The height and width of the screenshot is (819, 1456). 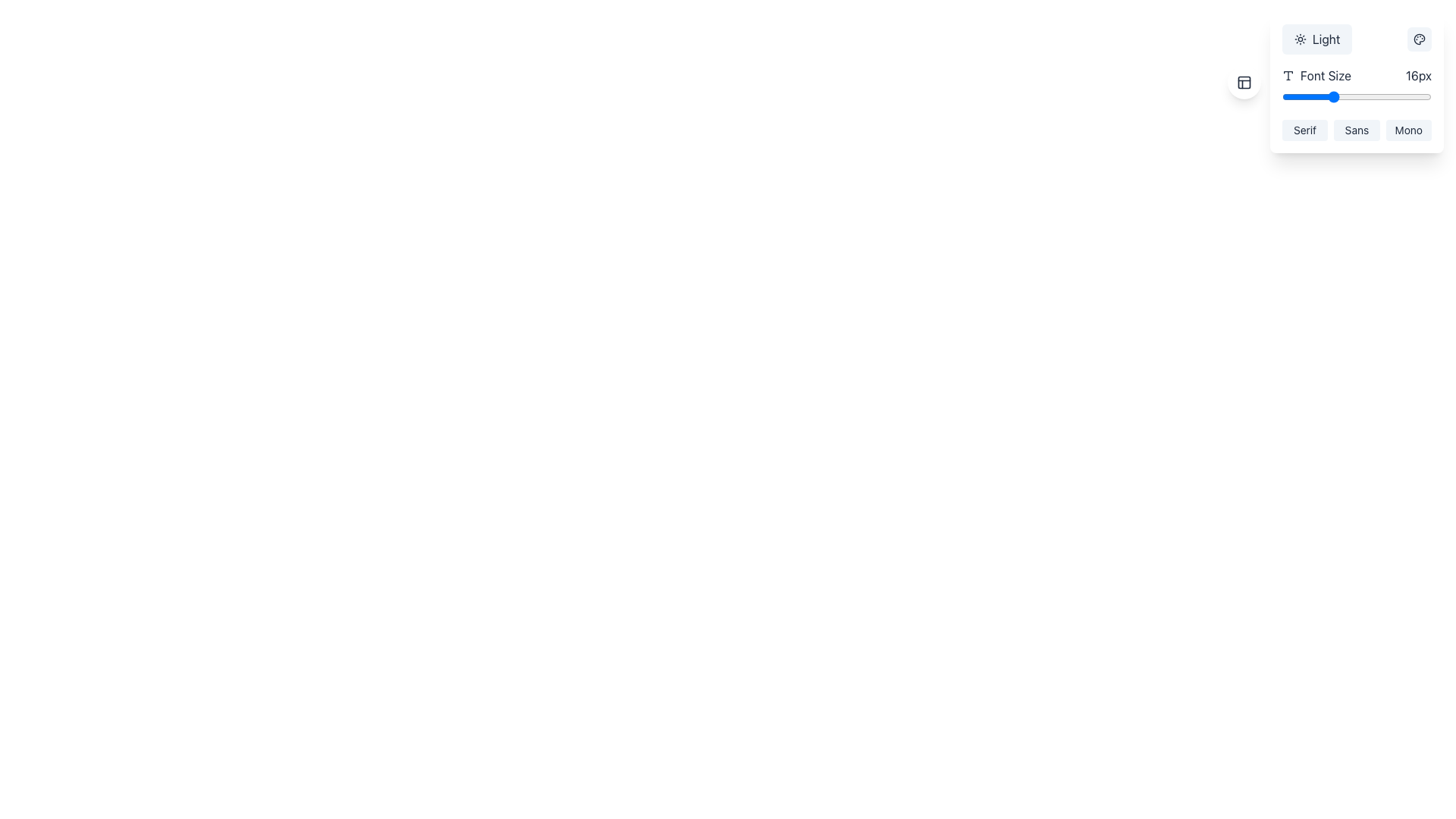 I want to click on font size, so click(x=1382, y=96).